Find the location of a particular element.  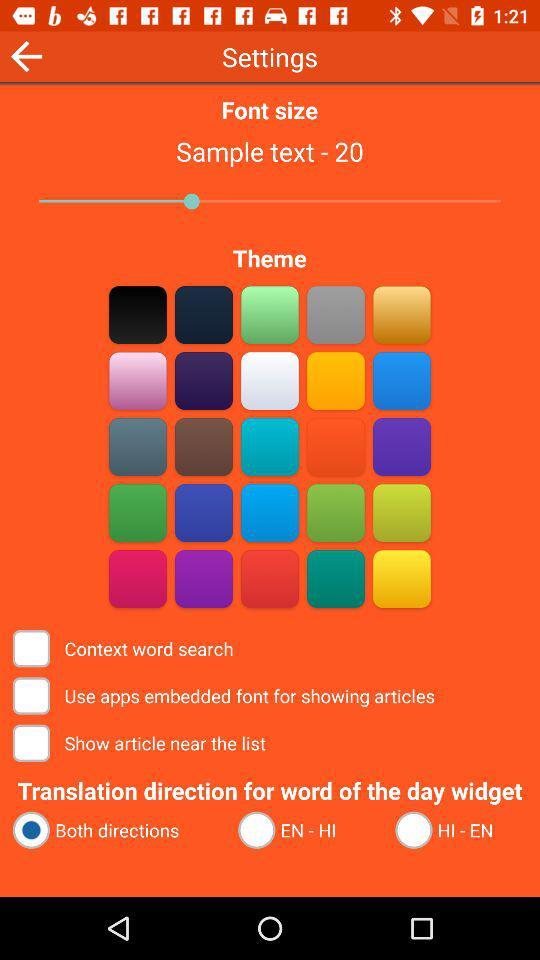

color theme is located at coordinates (270, 512).